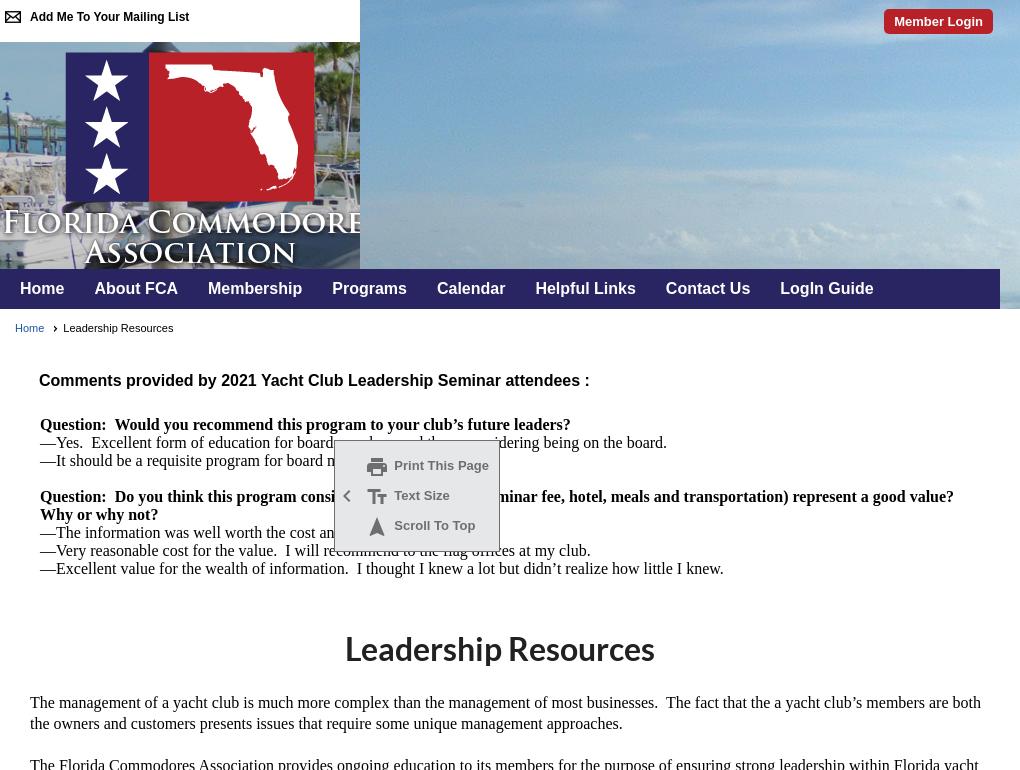 The width and height of the screenshot is (1020, 770). What do you see at coordinates (937, 21) in the screenshot?
I see `'Member Login'` at bounding box center [937, 21].